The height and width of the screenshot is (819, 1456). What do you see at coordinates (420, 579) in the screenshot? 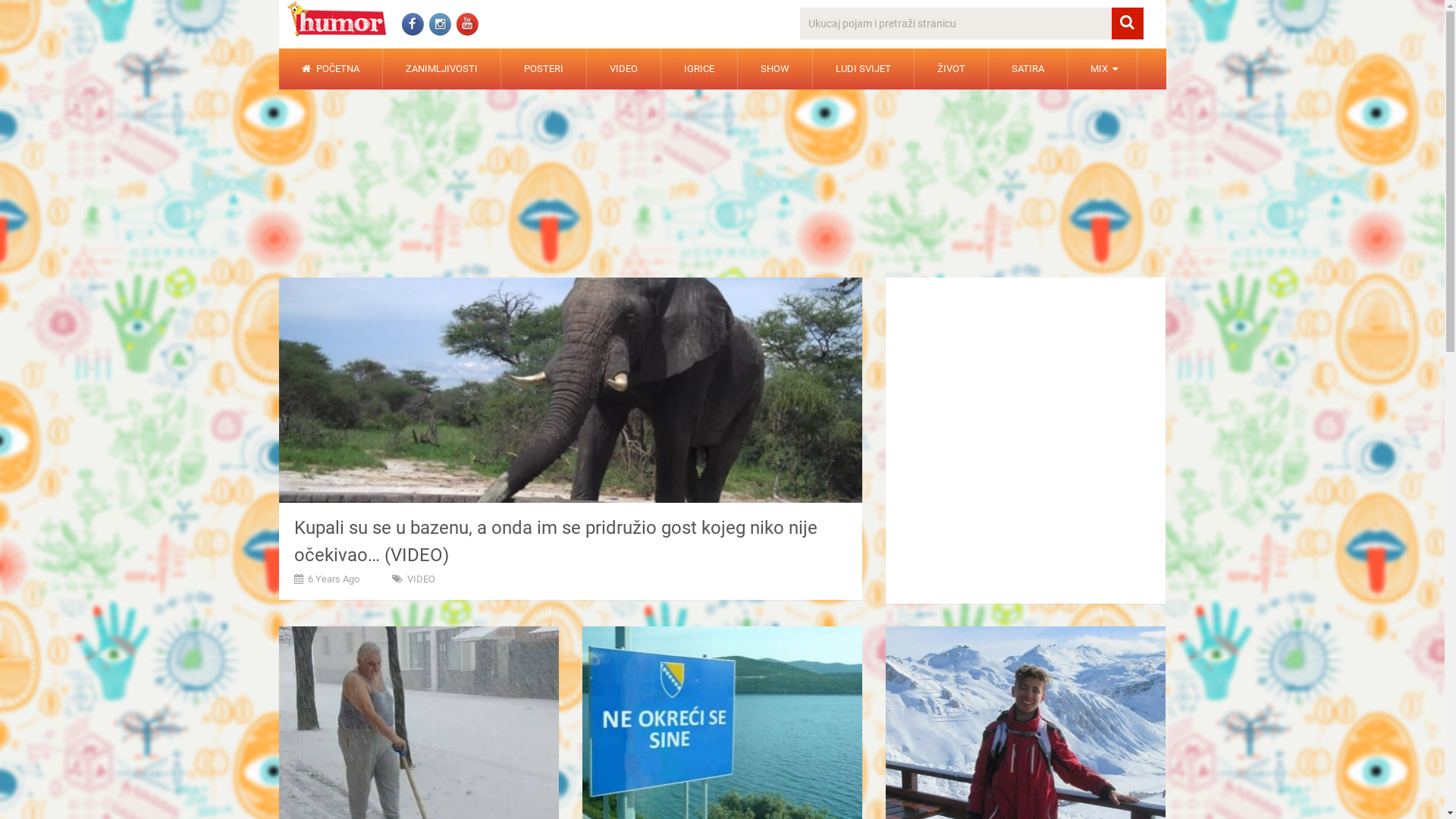
I see `'VIDEO'` at bounding box center [420, 579].